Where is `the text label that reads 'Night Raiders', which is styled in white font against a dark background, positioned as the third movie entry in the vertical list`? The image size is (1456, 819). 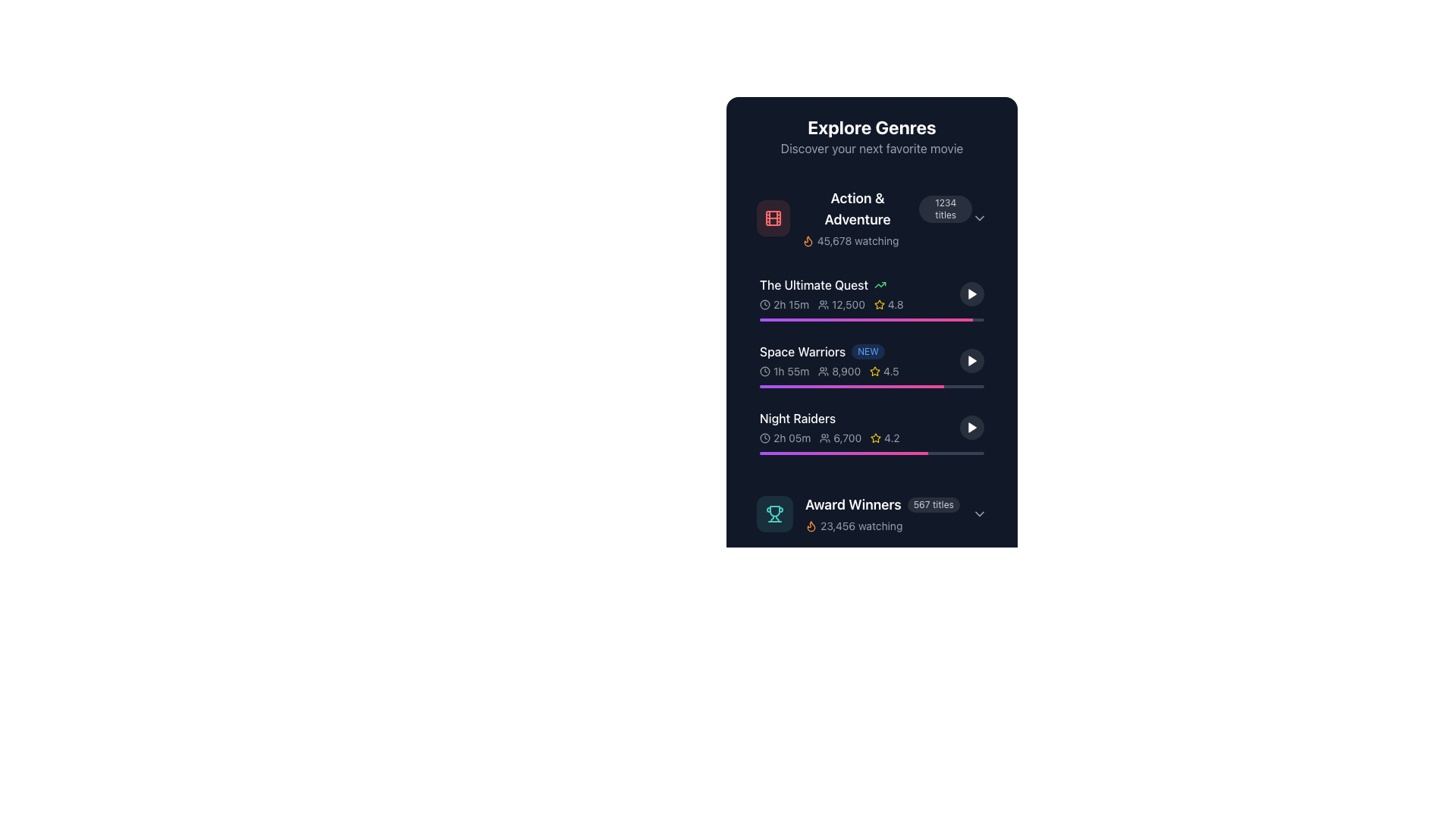 the text label that reads 'Night Raiders', which is styled in white font against a dark background, positioned as the third movie entry in the vertical list is located at coordinates (797, 418).